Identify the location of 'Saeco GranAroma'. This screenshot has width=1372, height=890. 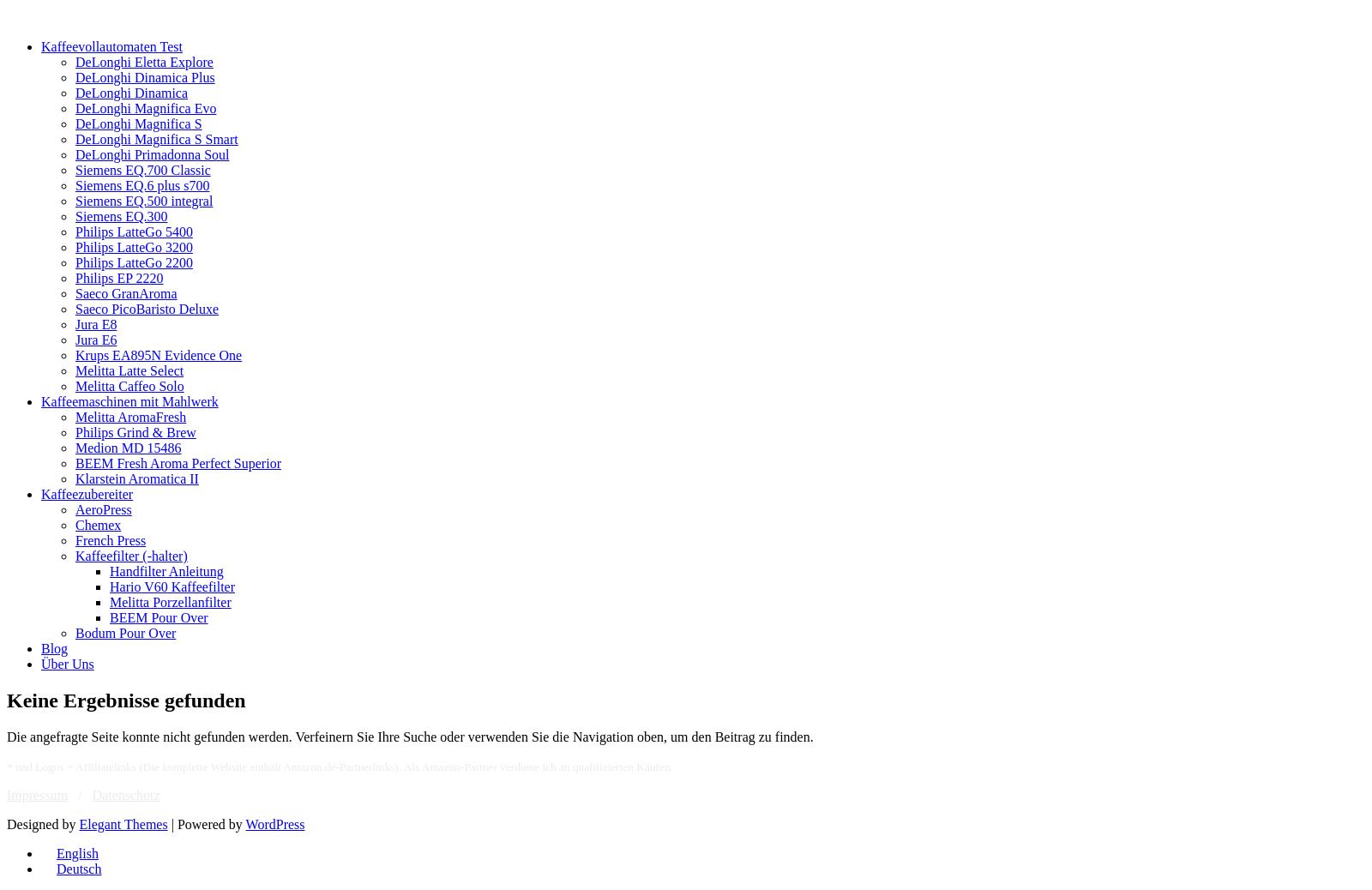
(125, 293).